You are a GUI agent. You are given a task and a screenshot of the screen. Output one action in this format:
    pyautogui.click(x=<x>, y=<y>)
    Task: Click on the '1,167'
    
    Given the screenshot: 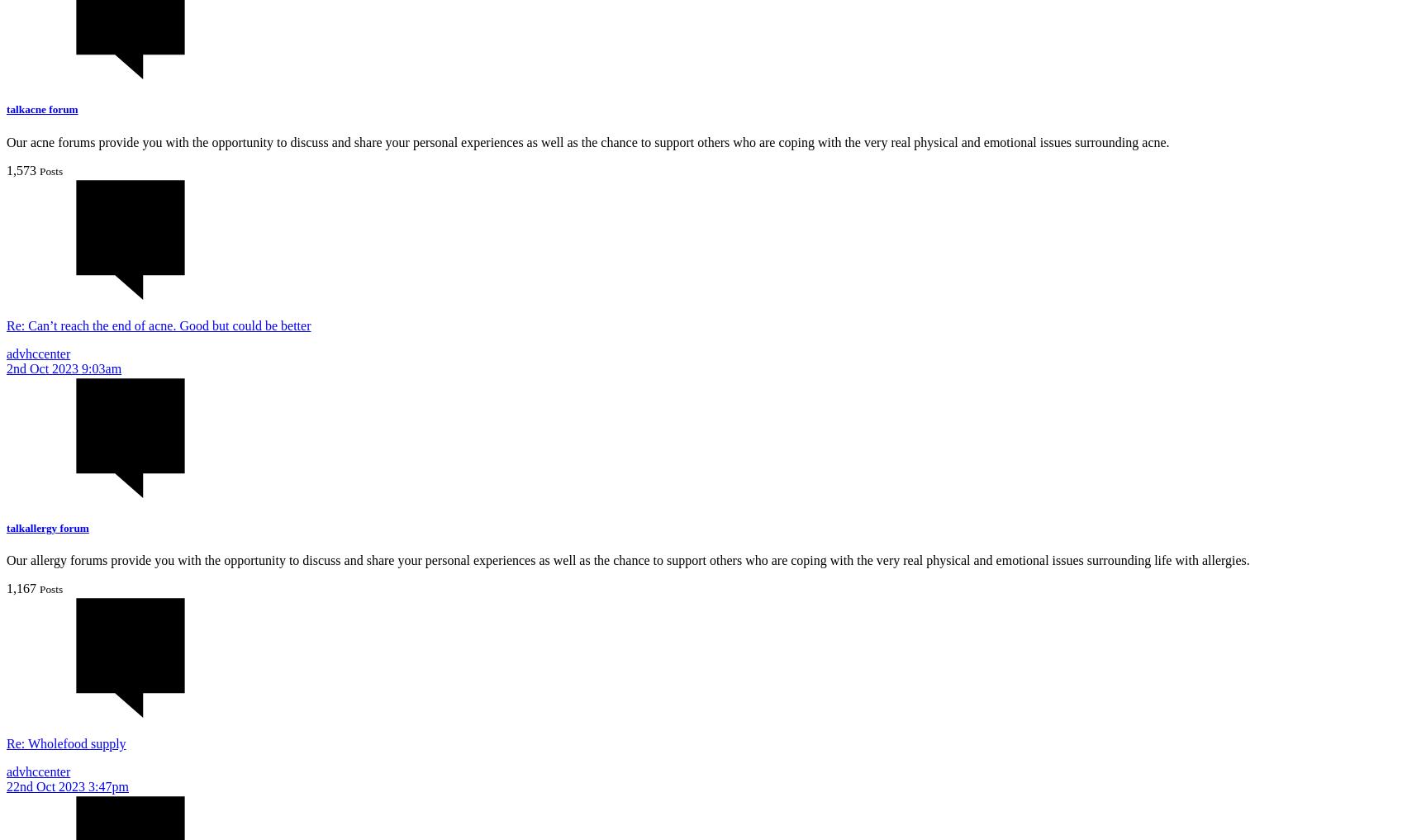 What is the action you would take?
    pyautogui.click(x=21, y=586)
    